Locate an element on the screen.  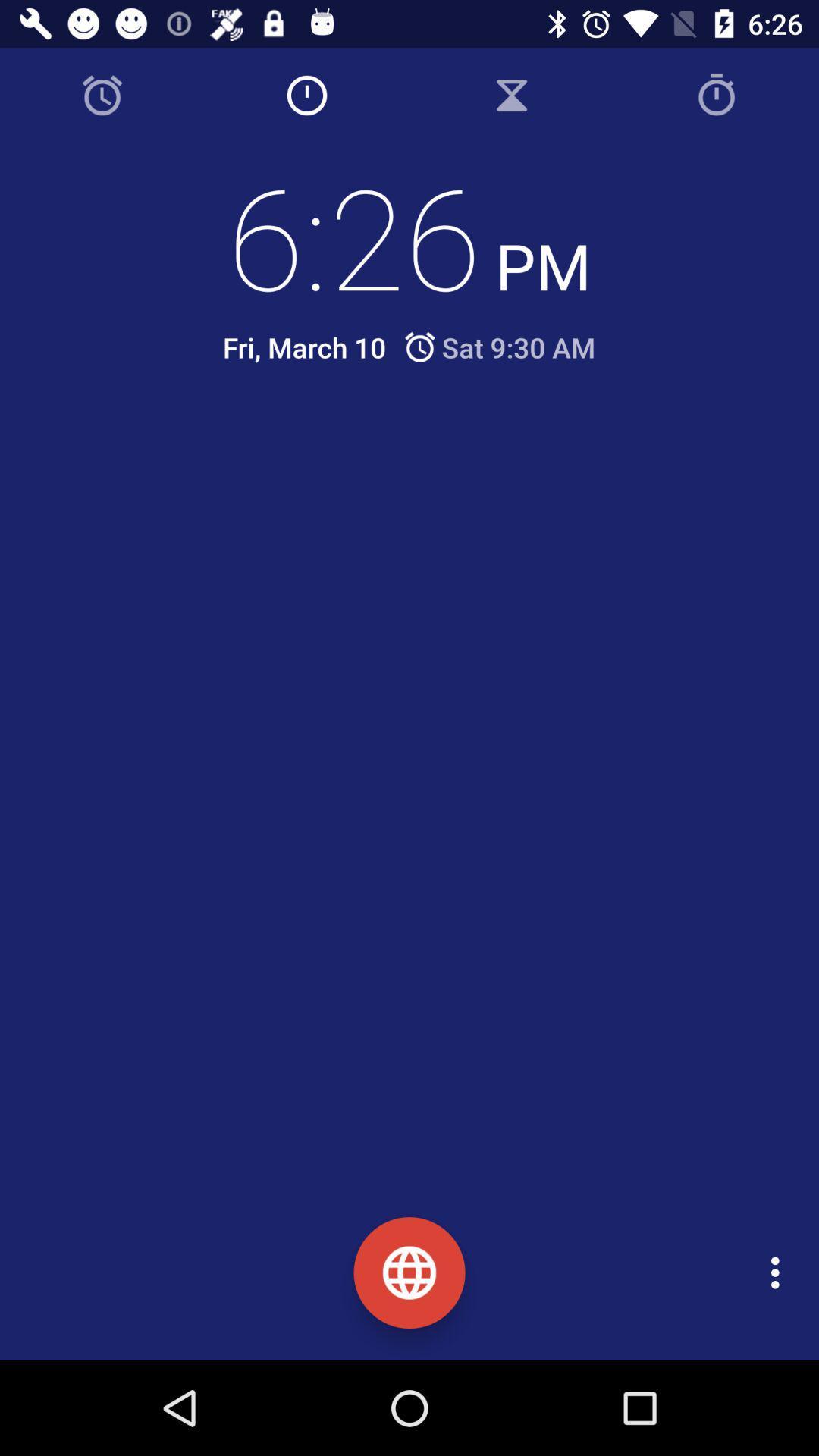
the icon to the left of the sat 9 30 icon is located at coordinates (304, 347).